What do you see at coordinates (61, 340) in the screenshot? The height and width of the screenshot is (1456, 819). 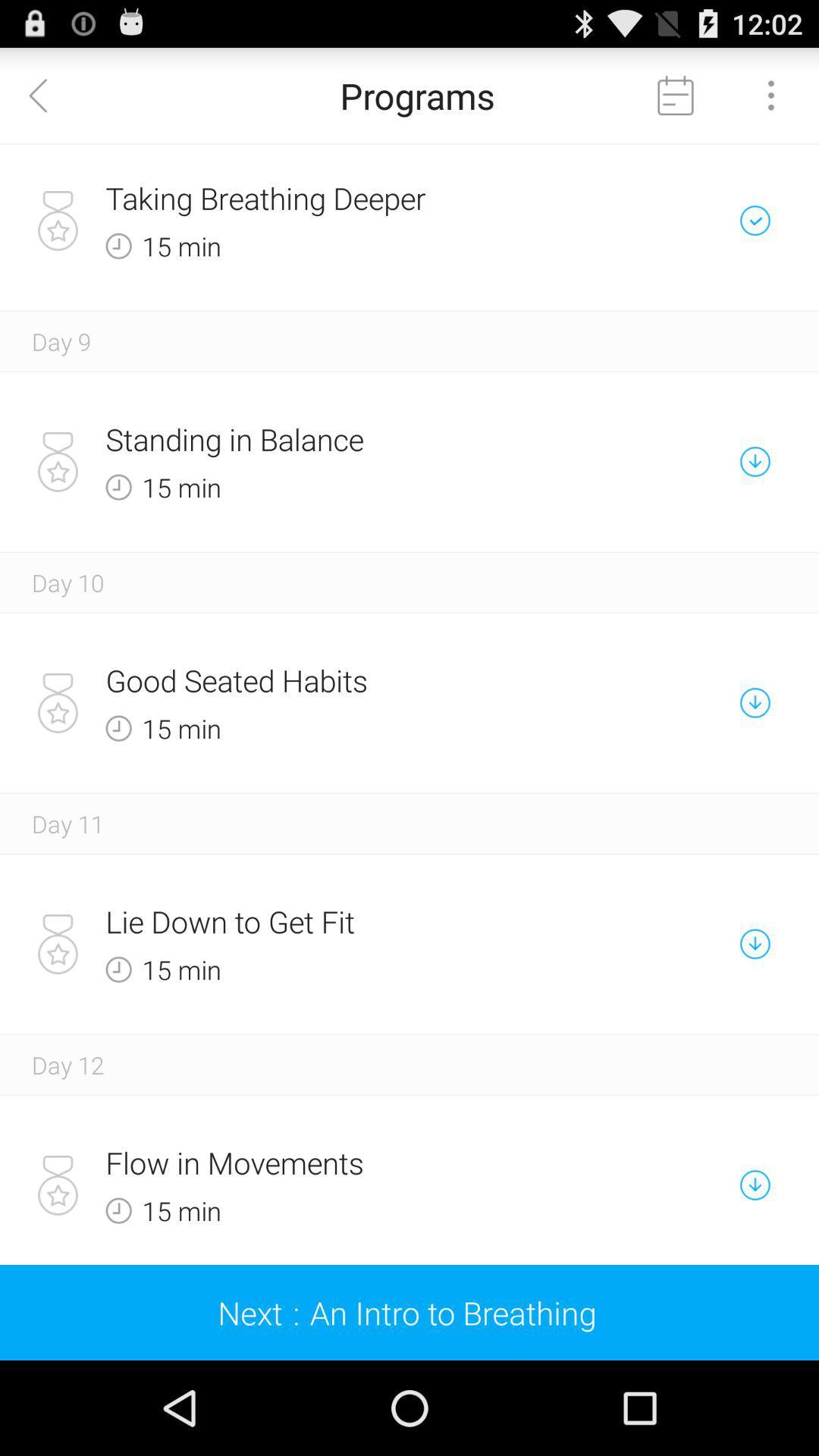 I see `day 9` at bounding box center [61, 340].